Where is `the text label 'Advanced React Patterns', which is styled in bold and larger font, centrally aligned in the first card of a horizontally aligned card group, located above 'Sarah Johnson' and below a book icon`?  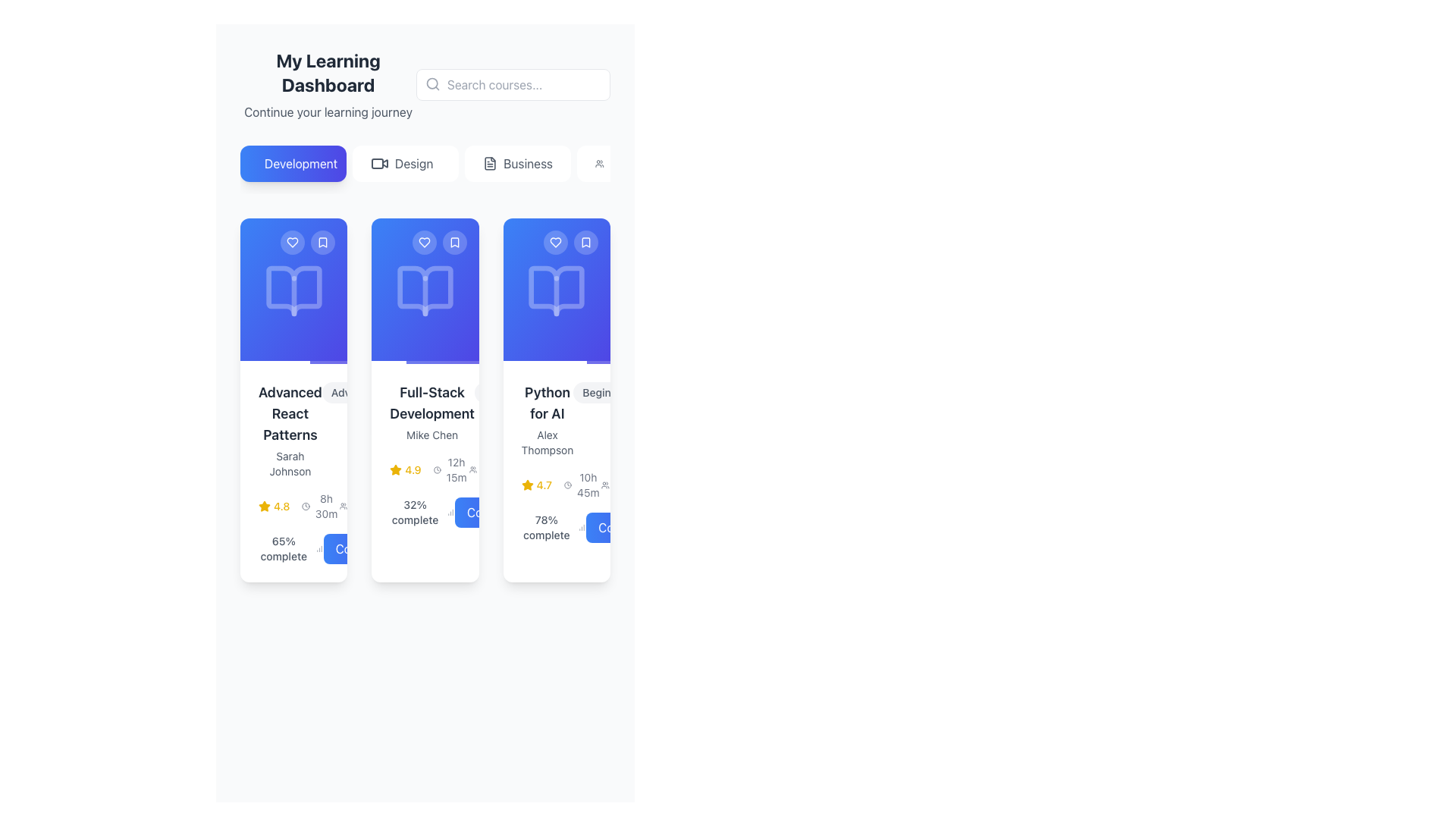 the text label 'Advanced React Patterns', which is styled in bold and larger font, centrally aligned in the first card of a horizontally aligned card group, located above 'Sarah Johnson' and below a book icon is located at coordinates (290, 414).